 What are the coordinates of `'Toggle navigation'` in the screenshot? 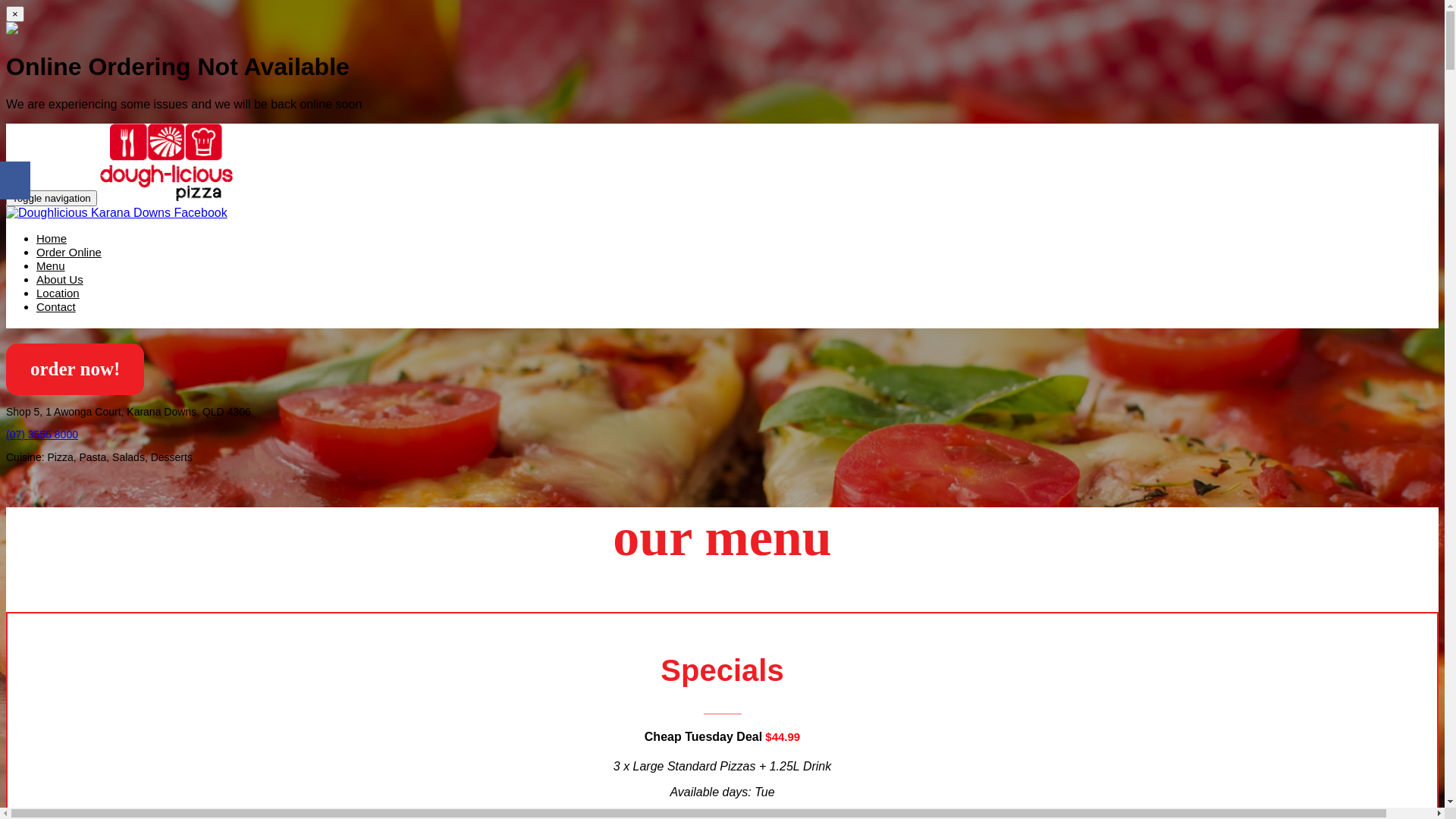 It's located at (51, 197).